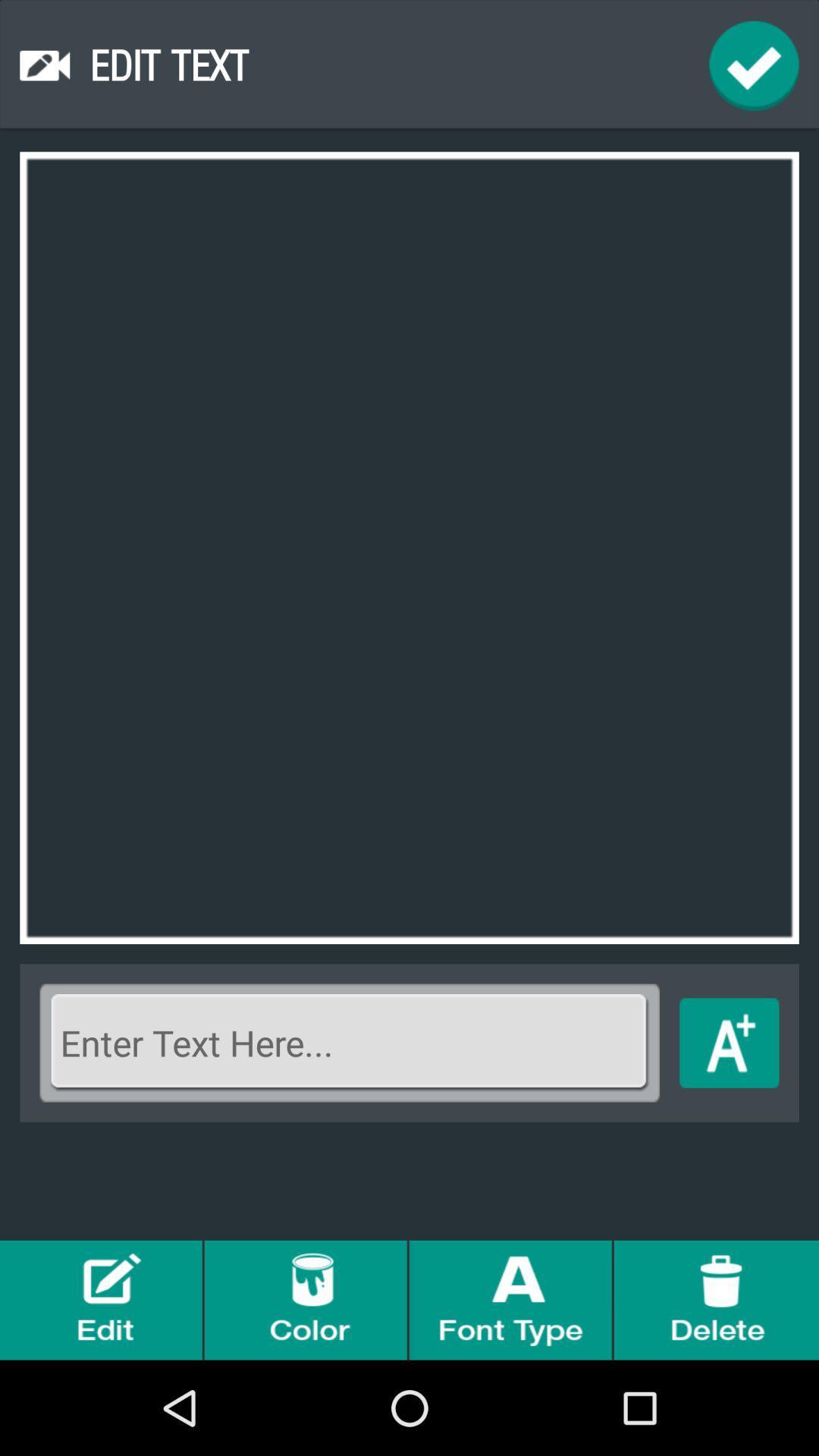  Describe the element at coordinates (102, 1299) in the screenshot. I see `edit option` at that location.